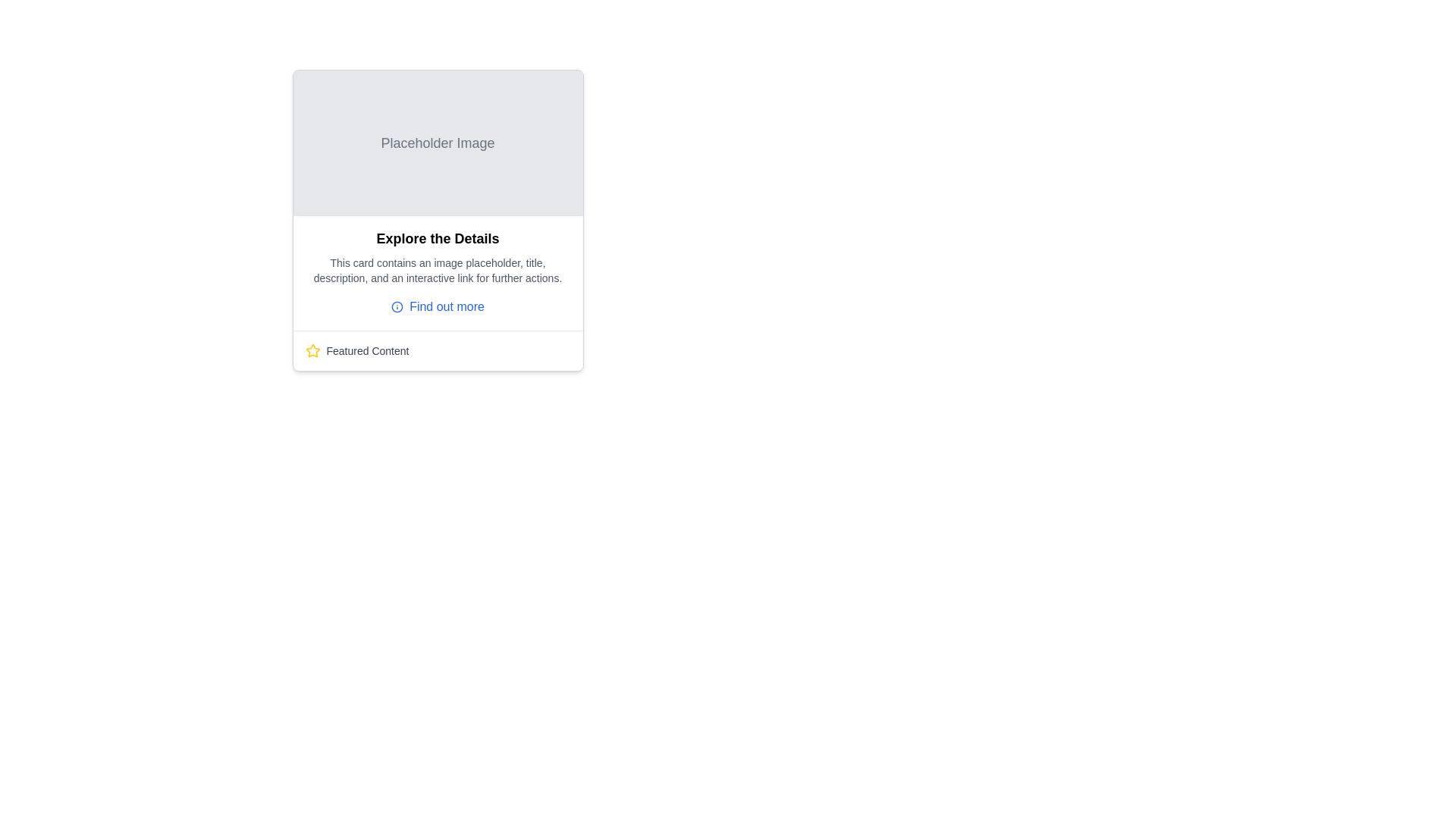  What do you see at coordinates (437, 273) in the screenshot?
I see `the interactive link labeled 'Find out more' within the Content card section that includes the title 'Explore the Details' for accessibility support` at bounding box center [437, 273].